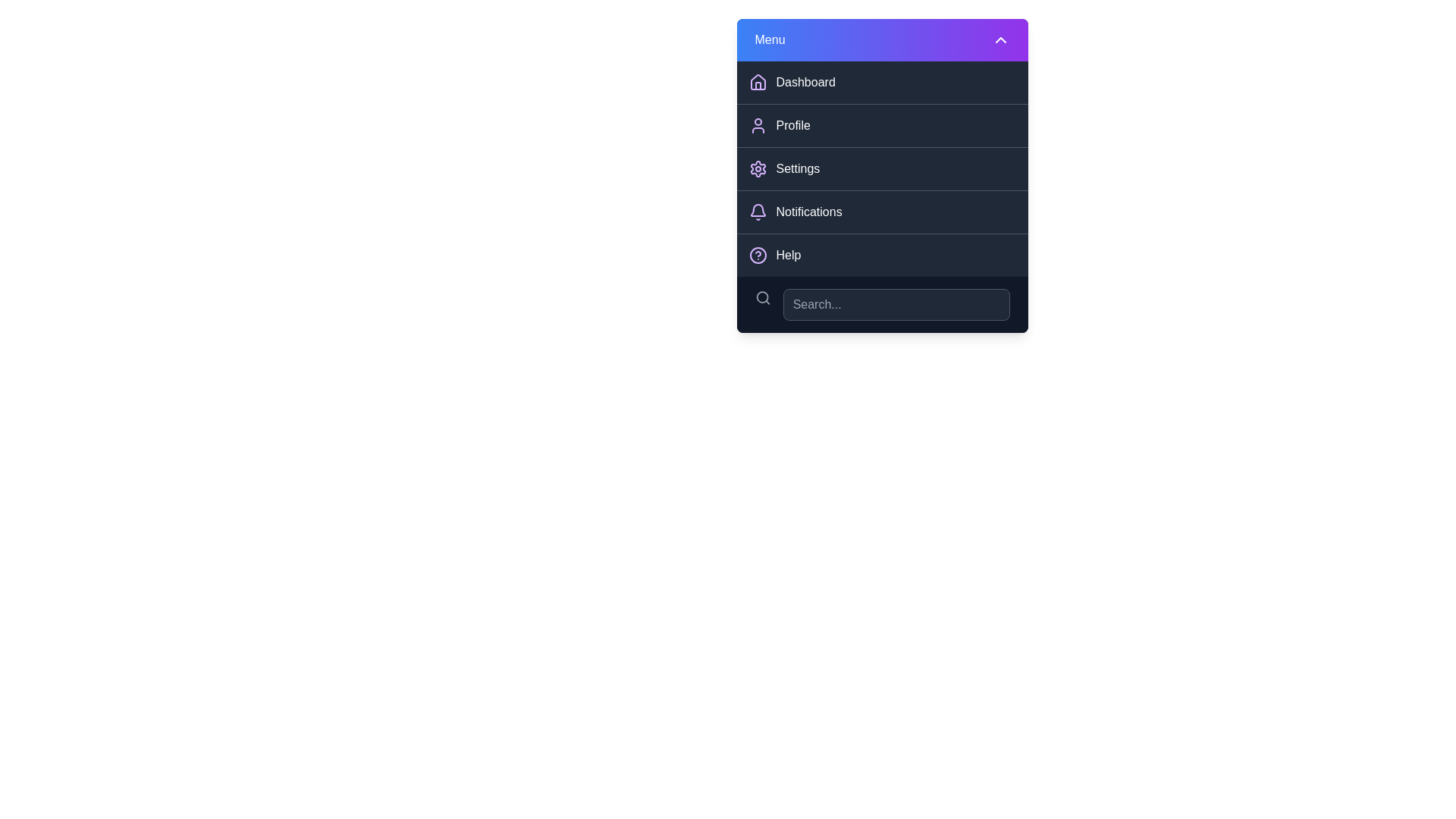  Describe the element at coordinates (882, 212) in the screenshot. I see `the 'Notifications' menu item` at that location.